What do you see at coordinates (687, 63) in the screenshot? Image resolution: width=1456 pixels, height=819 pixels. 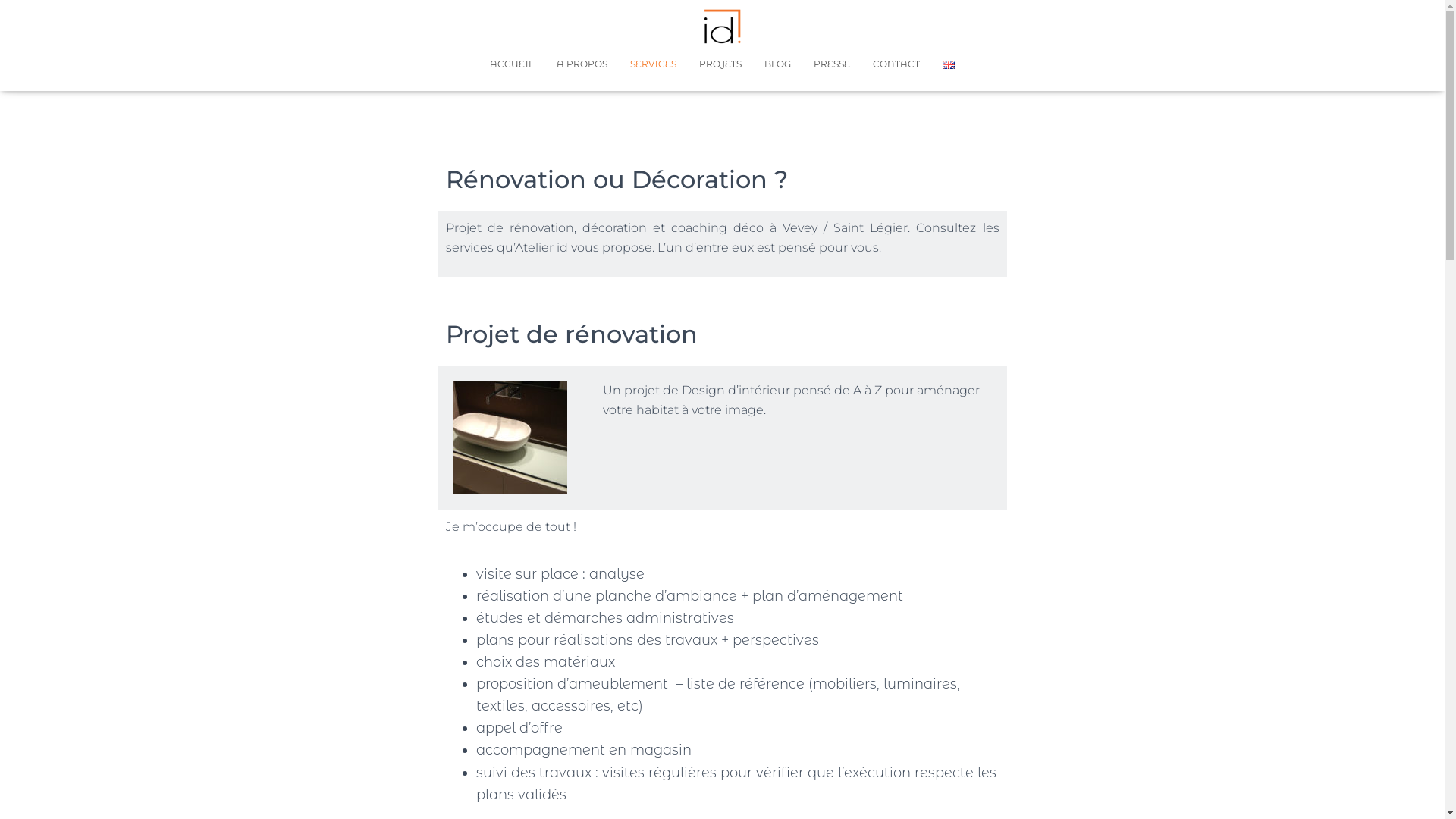 I see `'PROJETS'` at bounding box center [687, 63].